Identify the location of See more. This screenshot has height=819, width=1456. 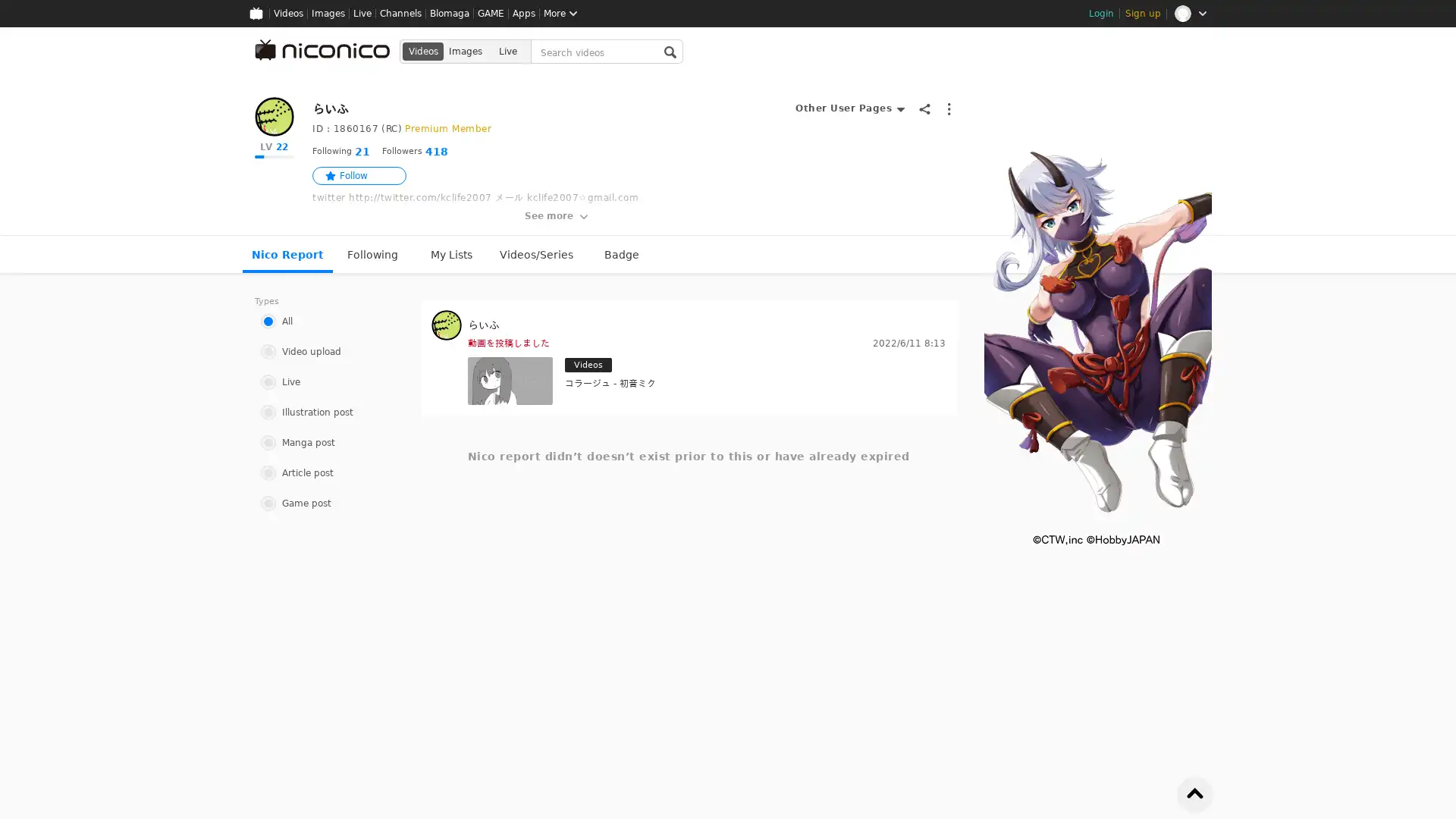
(557, 216).